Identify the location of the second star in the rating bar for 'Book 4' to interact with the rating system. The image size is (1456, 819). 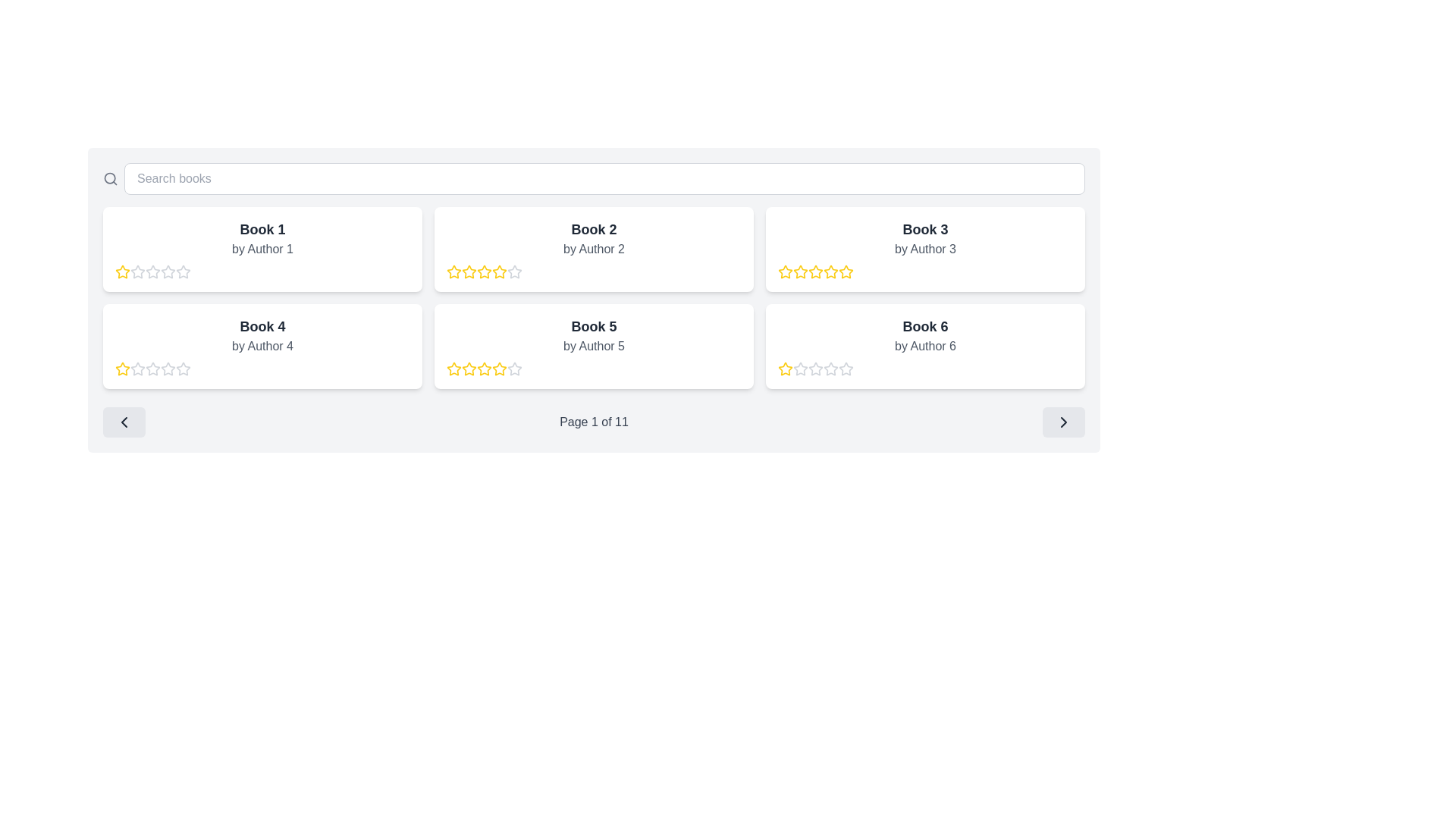
(168, 369).